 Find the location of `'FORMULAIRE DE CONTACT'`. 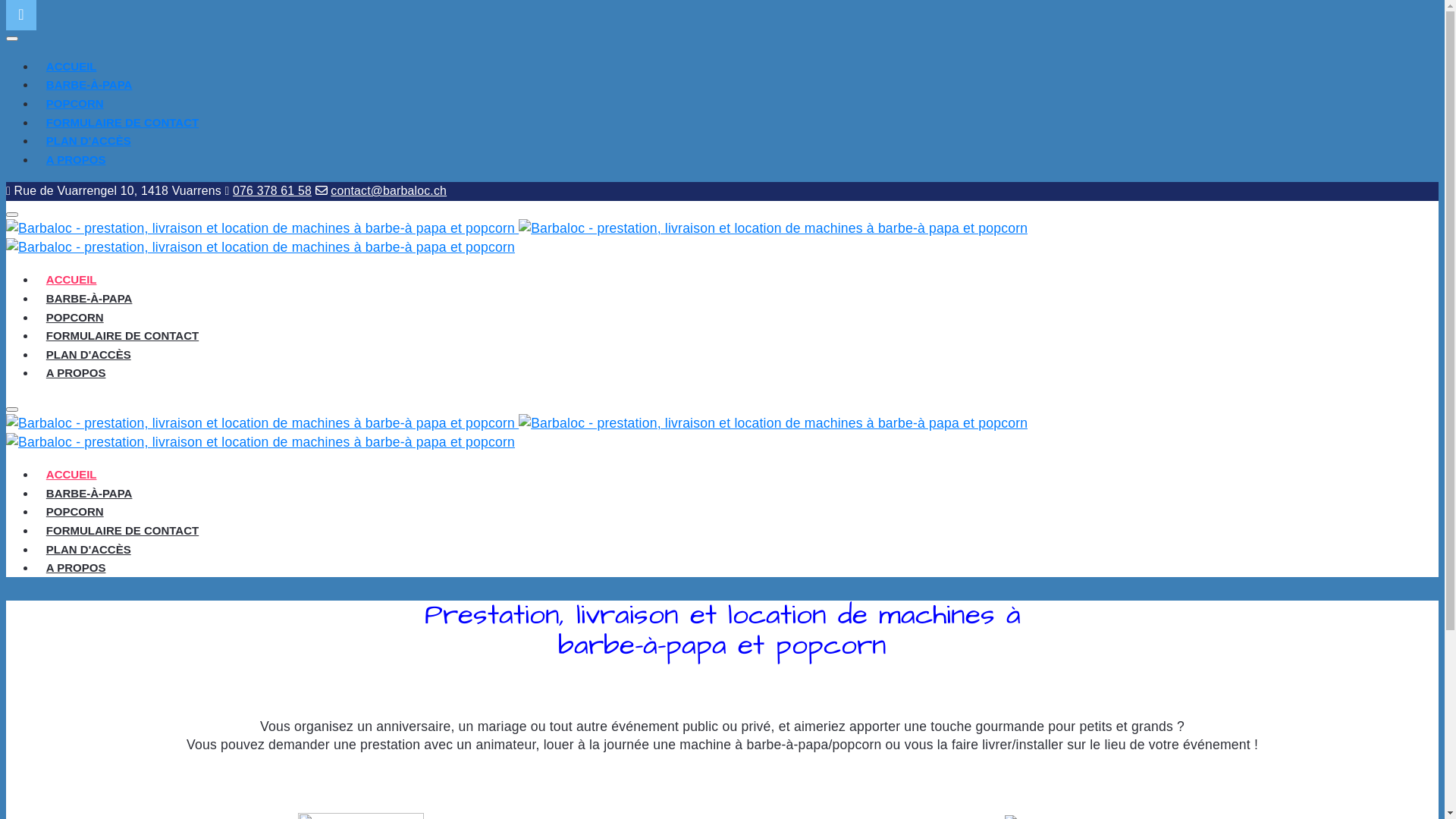

'FORMULAIRE DE CONTACT' is located at coordinates (36, 334).